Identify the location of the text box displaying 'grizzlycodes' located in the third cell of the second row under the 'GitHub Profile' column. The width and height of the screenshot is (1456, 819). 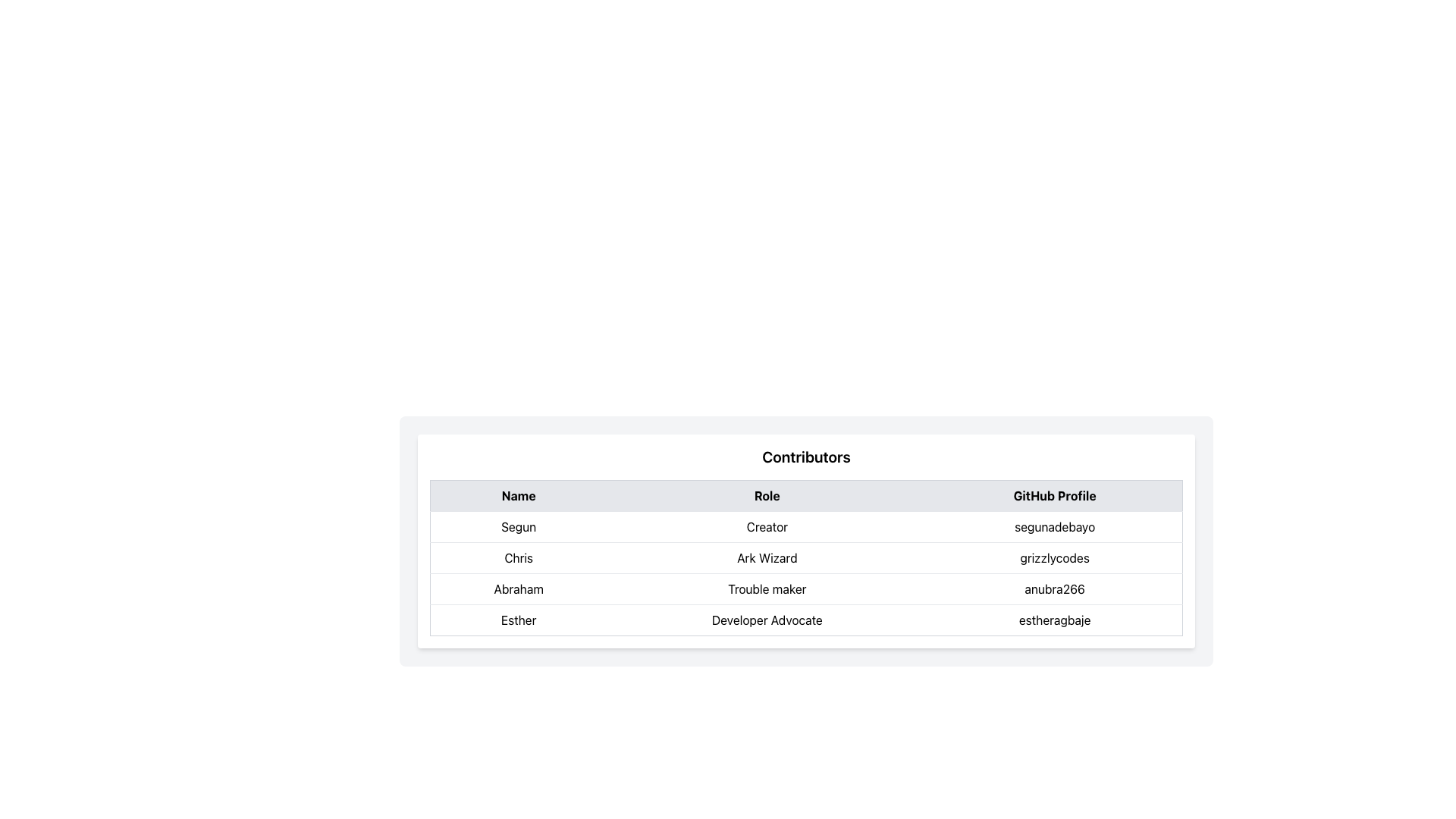
(1054, 558).